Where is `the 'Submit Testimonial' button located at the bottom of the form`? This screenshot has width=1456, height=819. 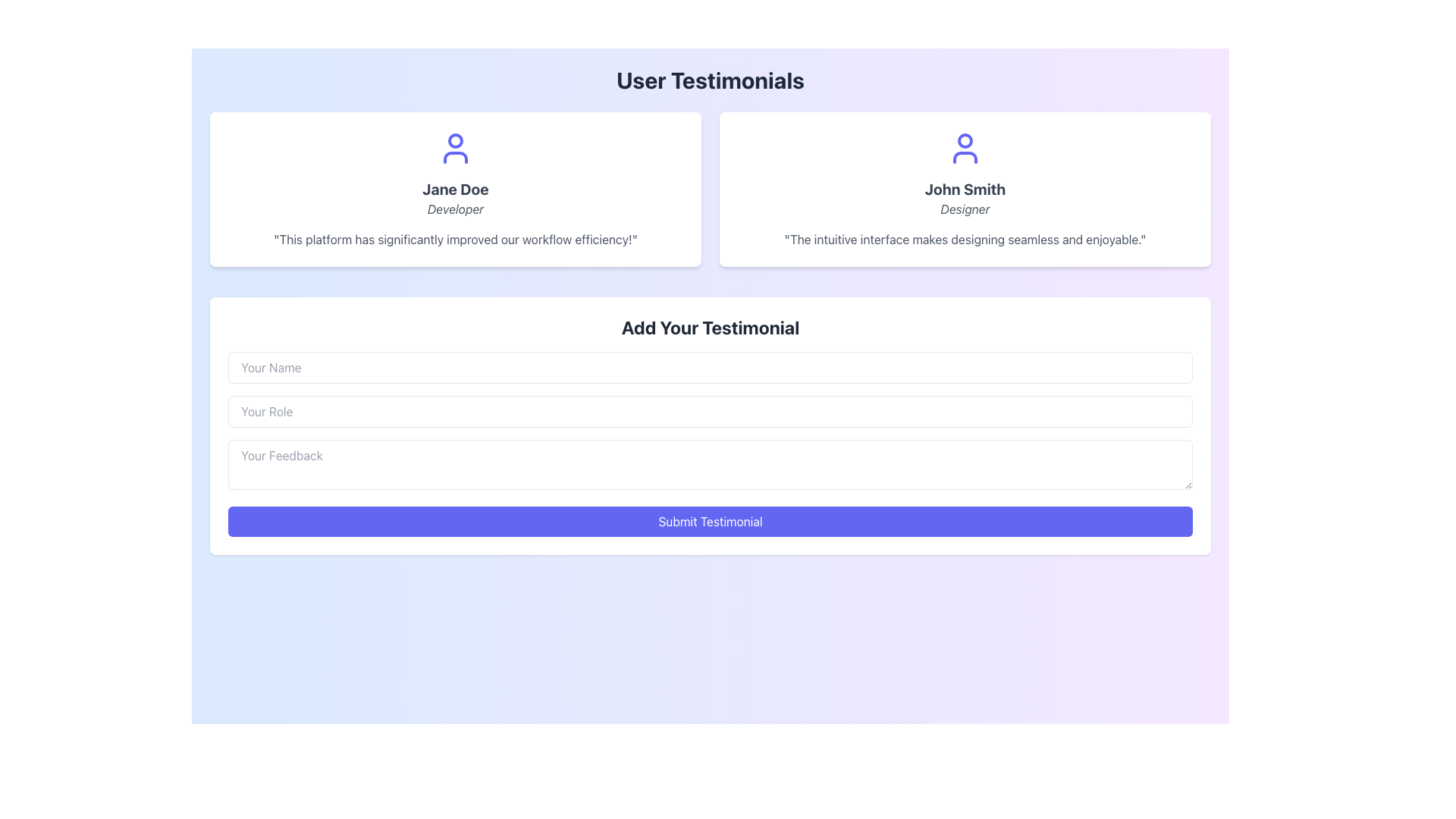 the 'Submit Testimonial' button located at the bottom of the form is located at coordinates (709, 520).